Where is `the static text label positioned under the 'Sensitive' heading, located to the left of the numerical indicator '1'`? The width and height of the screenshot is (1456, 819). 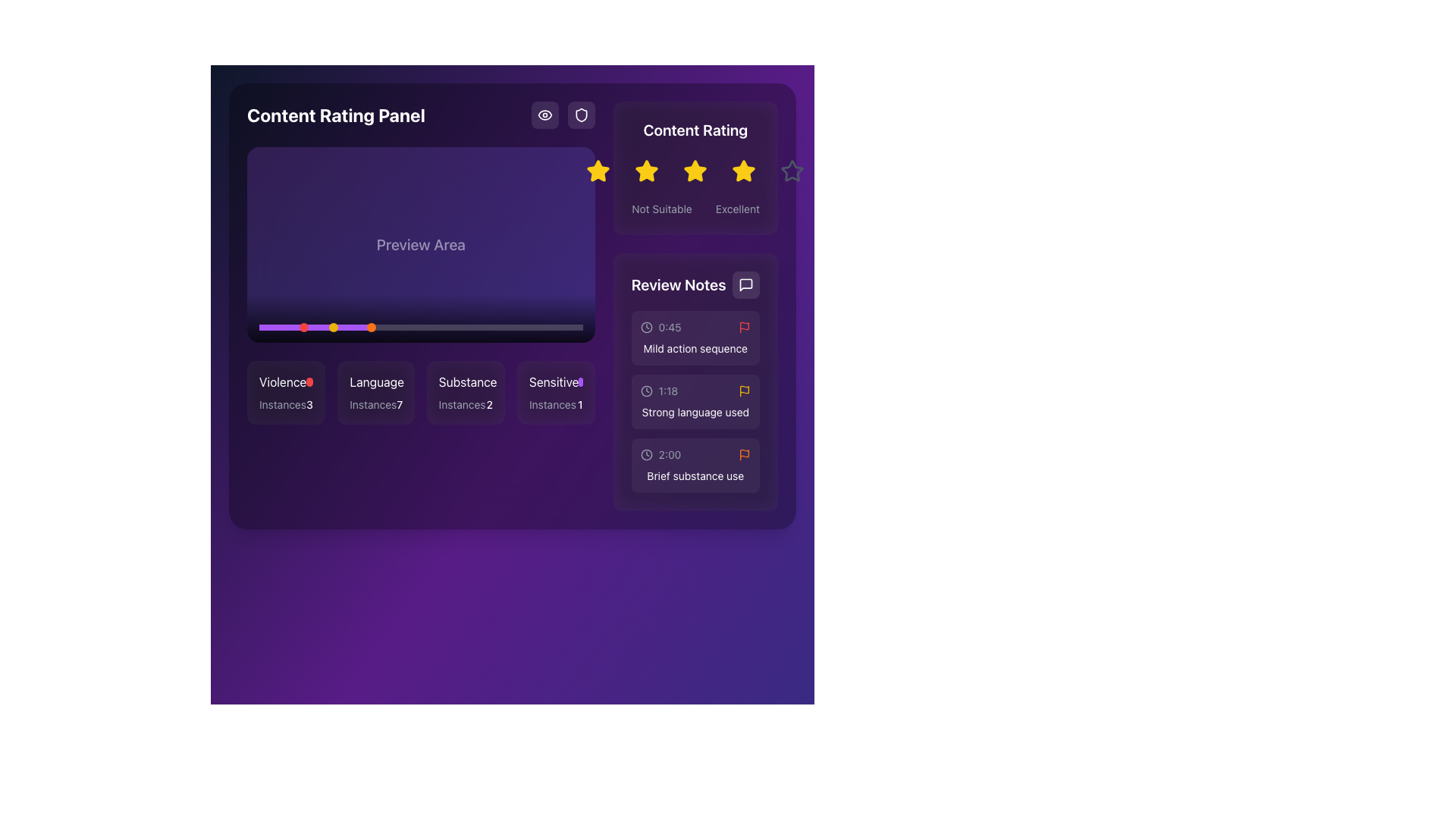
the static text label positioned under the 'Sensitive' heading, located to the left of the numerical indicator '1' is located at coordinates (552, 403).